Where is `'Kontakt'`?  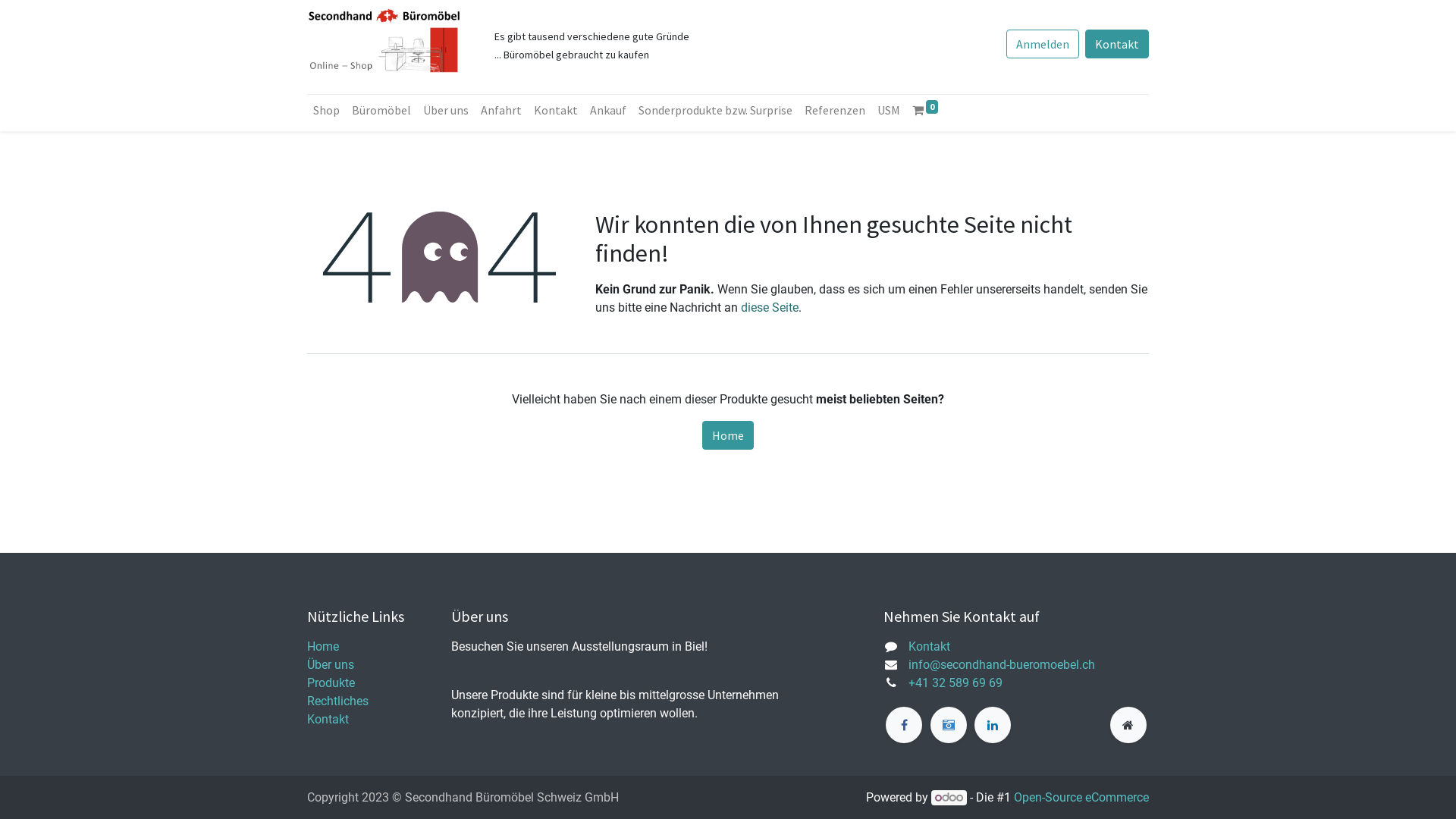 'Kontakt' is located at coordinates (555, 109).